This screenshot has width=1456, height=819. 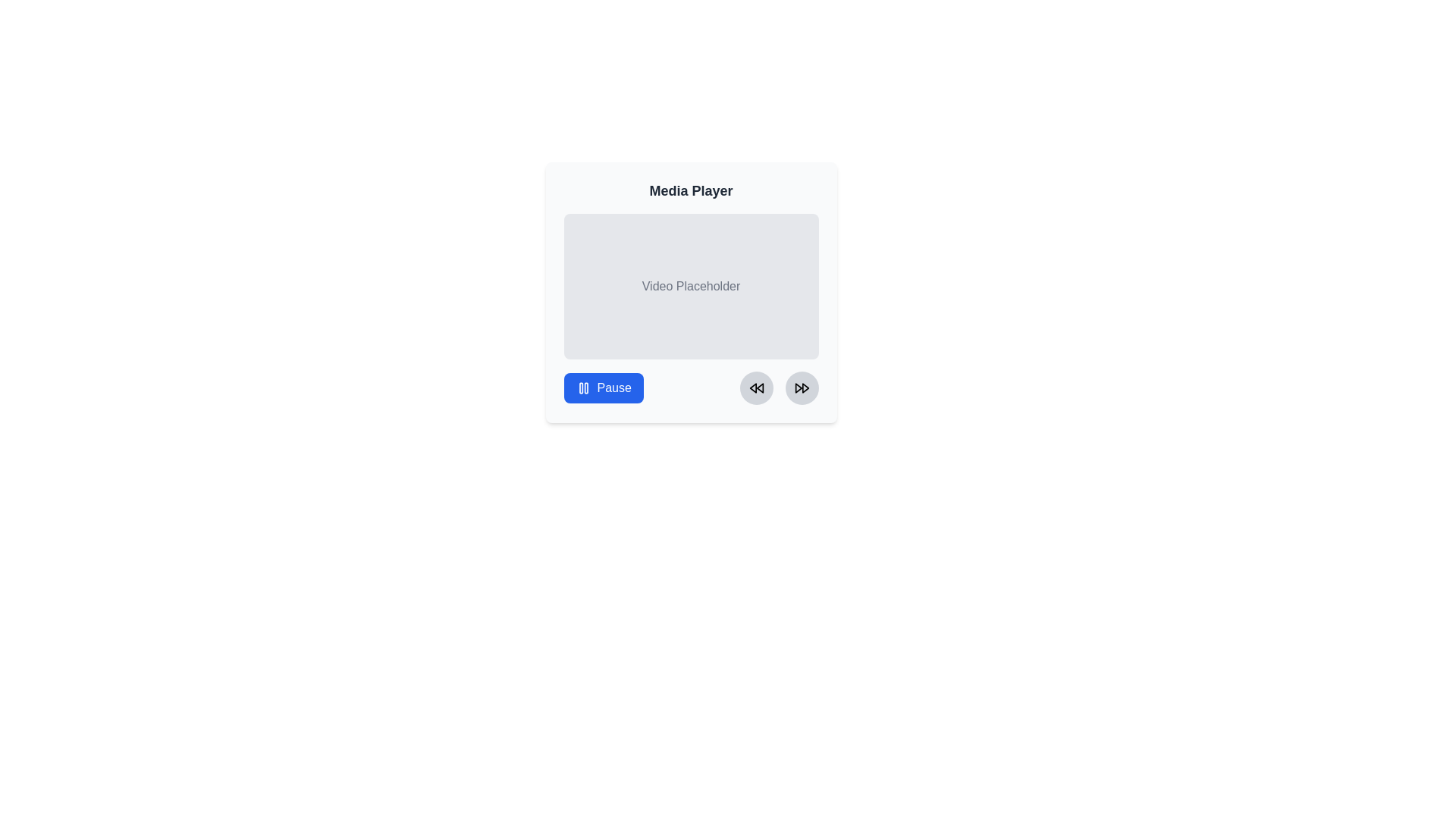 What do you see at coordinates (756, 388) in the screenshot?
I see `the circular rewind button with a light gray background and a double-arrow symbol pointing left, located at the bottom center of the media player interface` at bounding box center [756, 388].